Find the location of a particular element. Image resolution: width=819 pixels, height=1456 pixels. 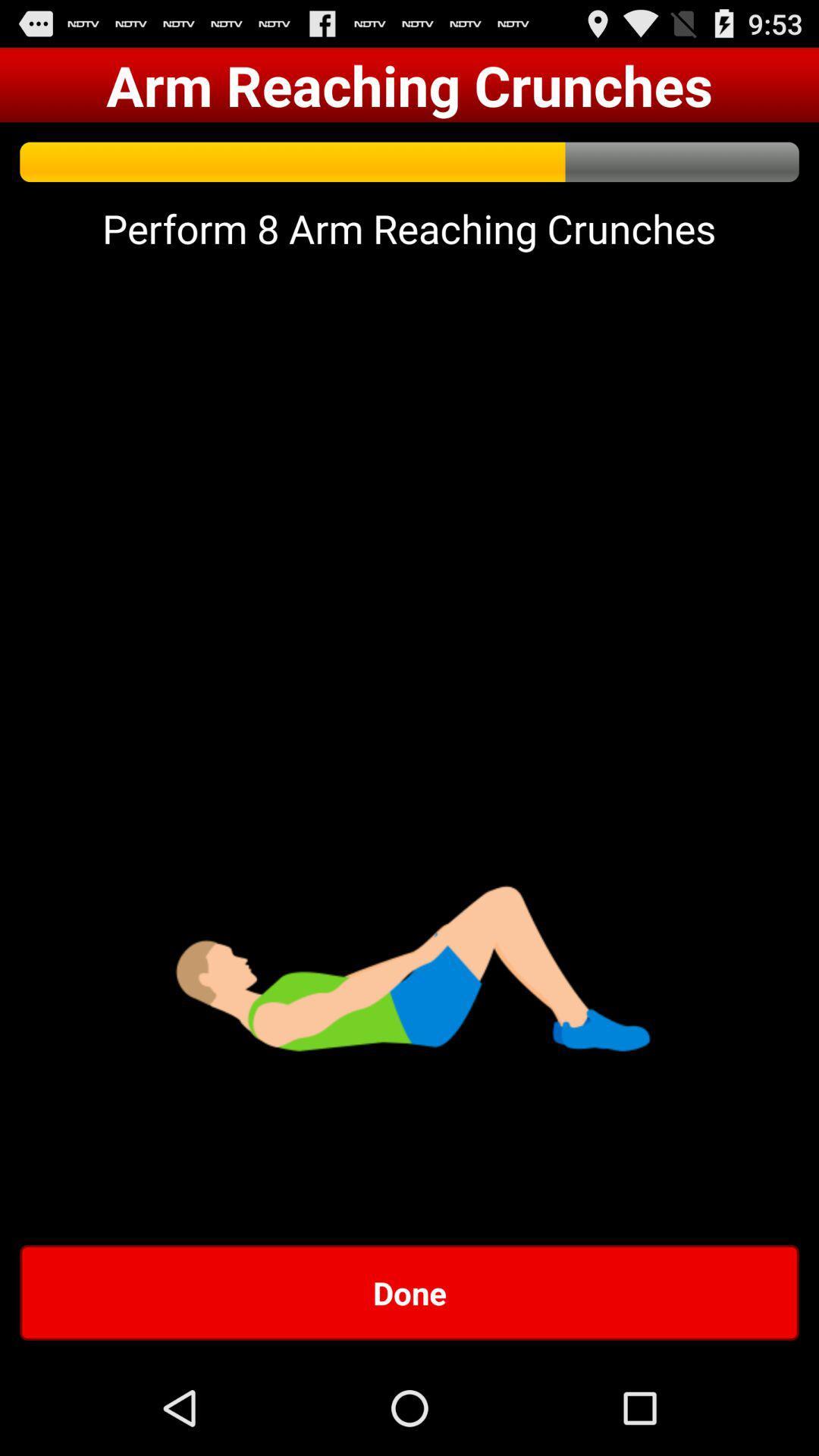

done item is located at coordinates (409, 1291).